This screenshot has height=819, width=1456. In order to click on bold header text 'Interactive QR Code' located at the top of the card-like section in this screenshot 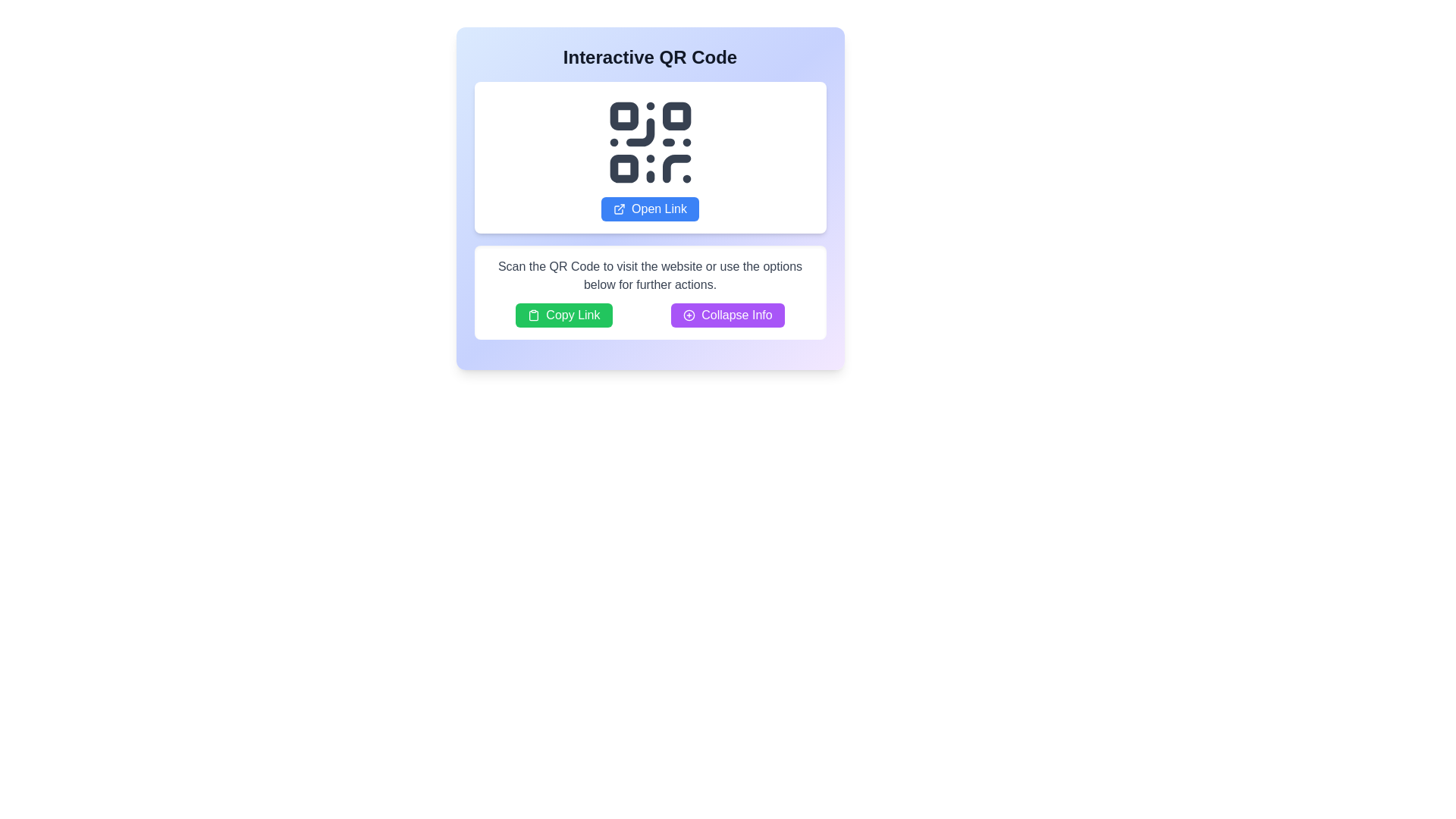, I will do `click(650, 57)`.